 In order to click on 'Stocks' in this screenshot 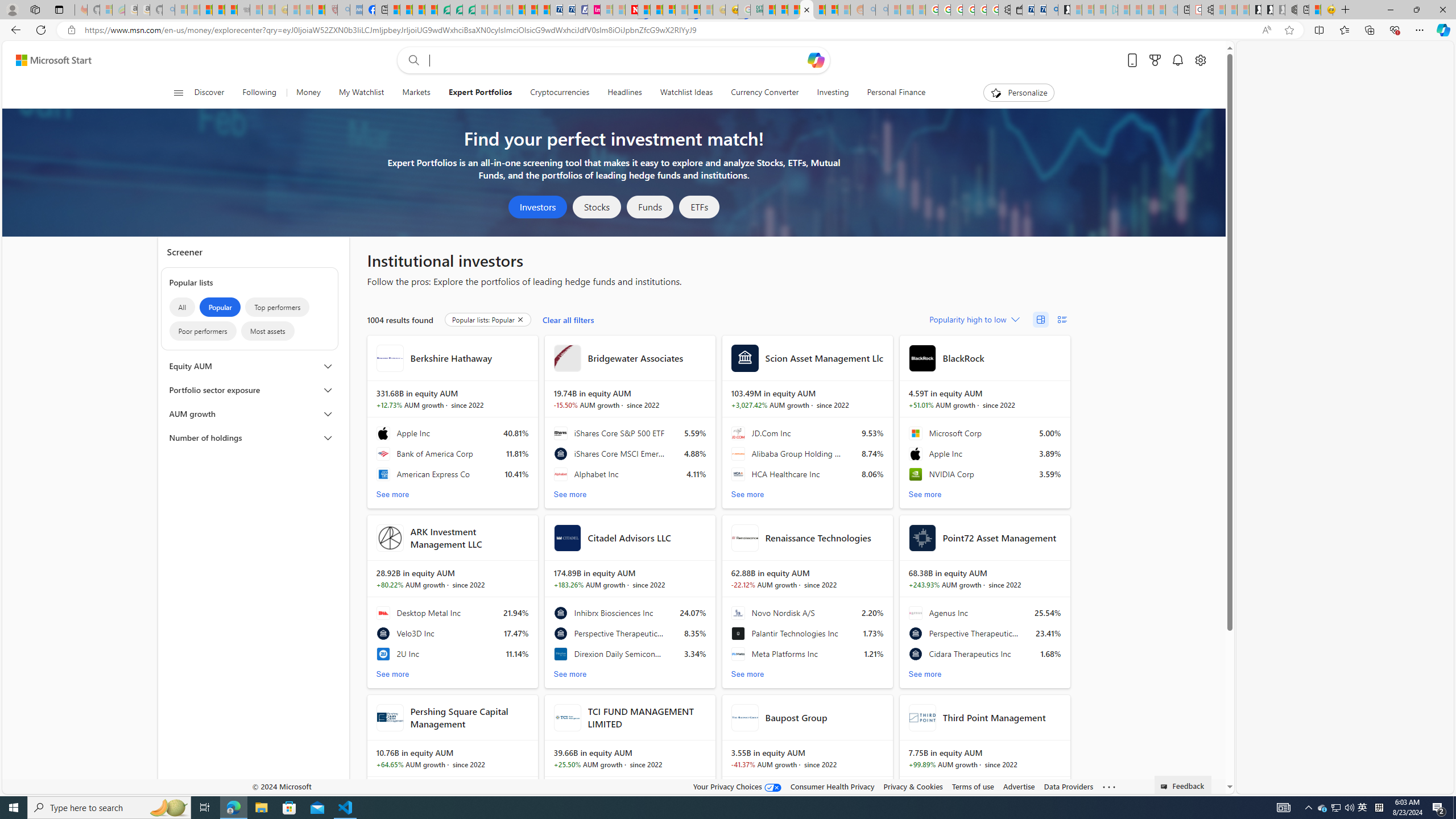, I will do `click(596, 206)`.